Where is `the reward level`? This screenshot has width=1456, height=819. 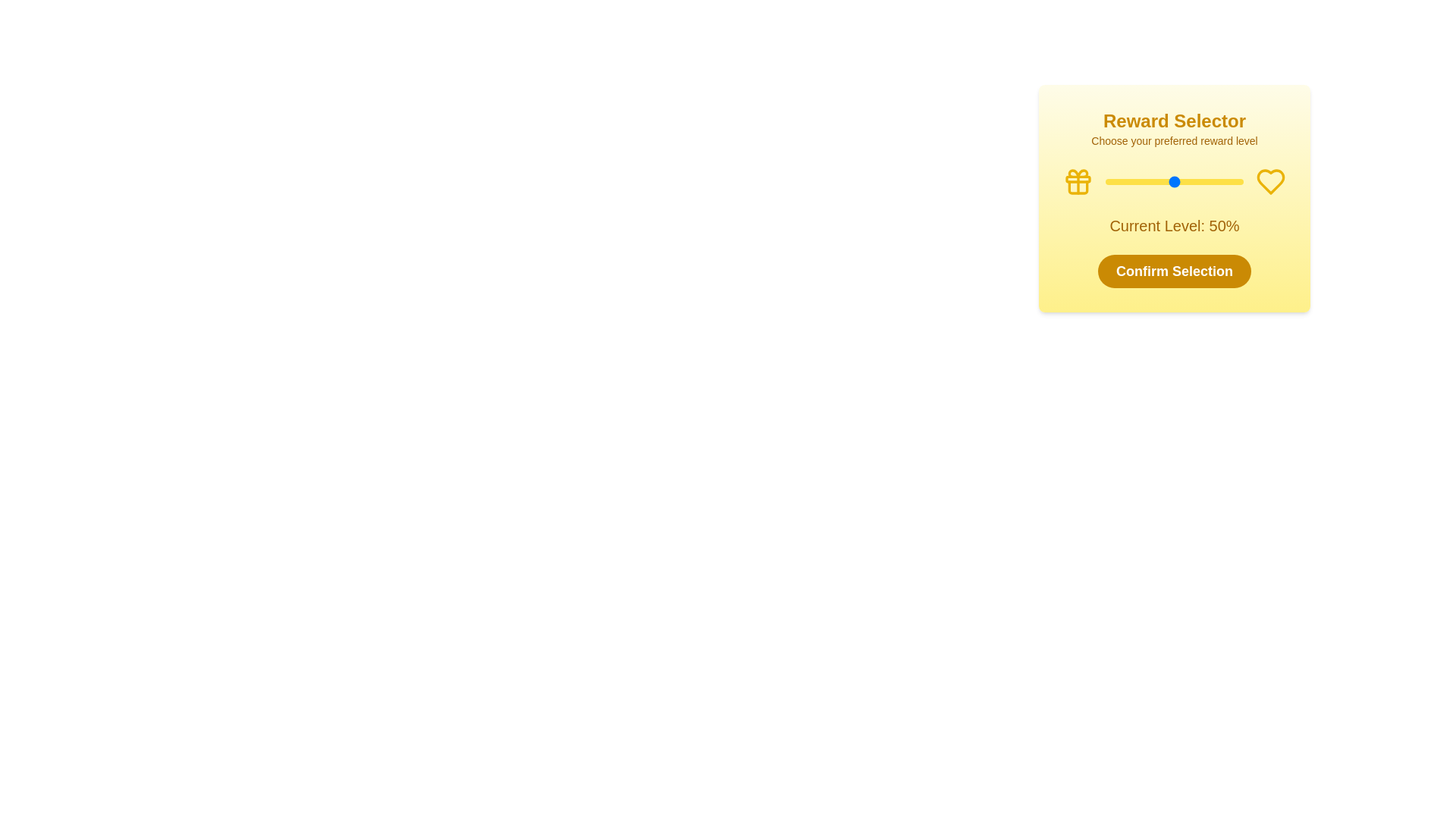
the reward level is located at coordinates (1210, 180).